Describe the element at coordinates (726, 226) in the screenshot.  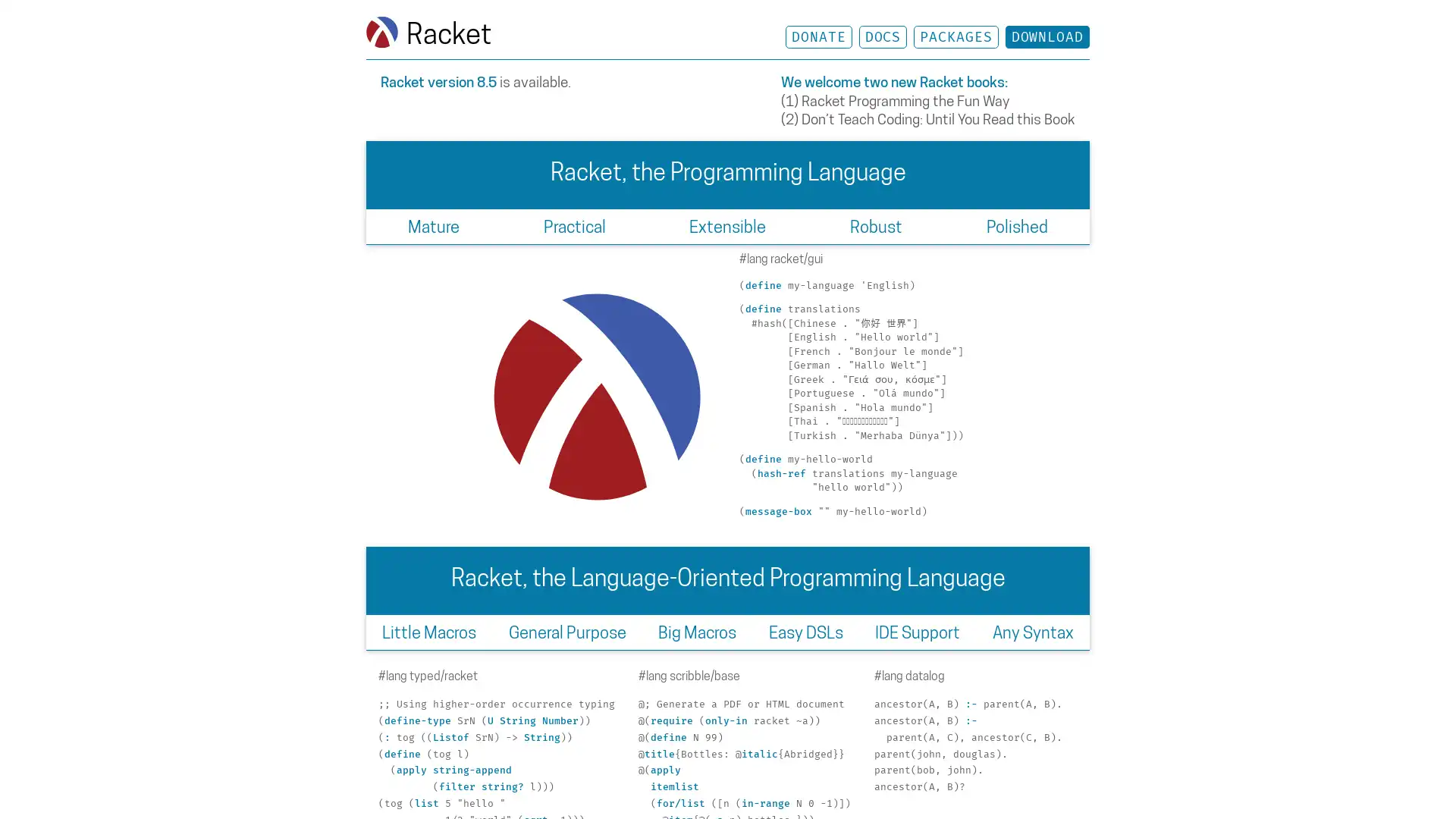
I see `Extensible` at that location.